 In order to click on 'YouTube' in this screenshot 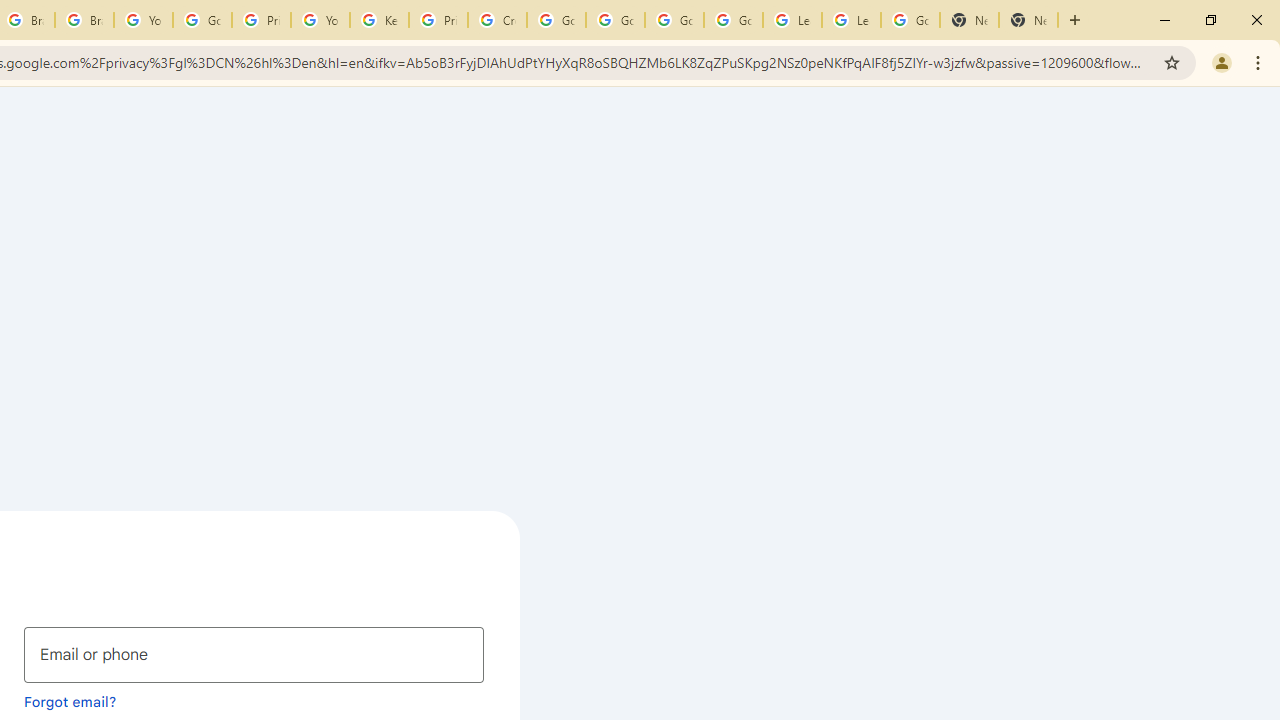, I will do `click(320, 20)`.